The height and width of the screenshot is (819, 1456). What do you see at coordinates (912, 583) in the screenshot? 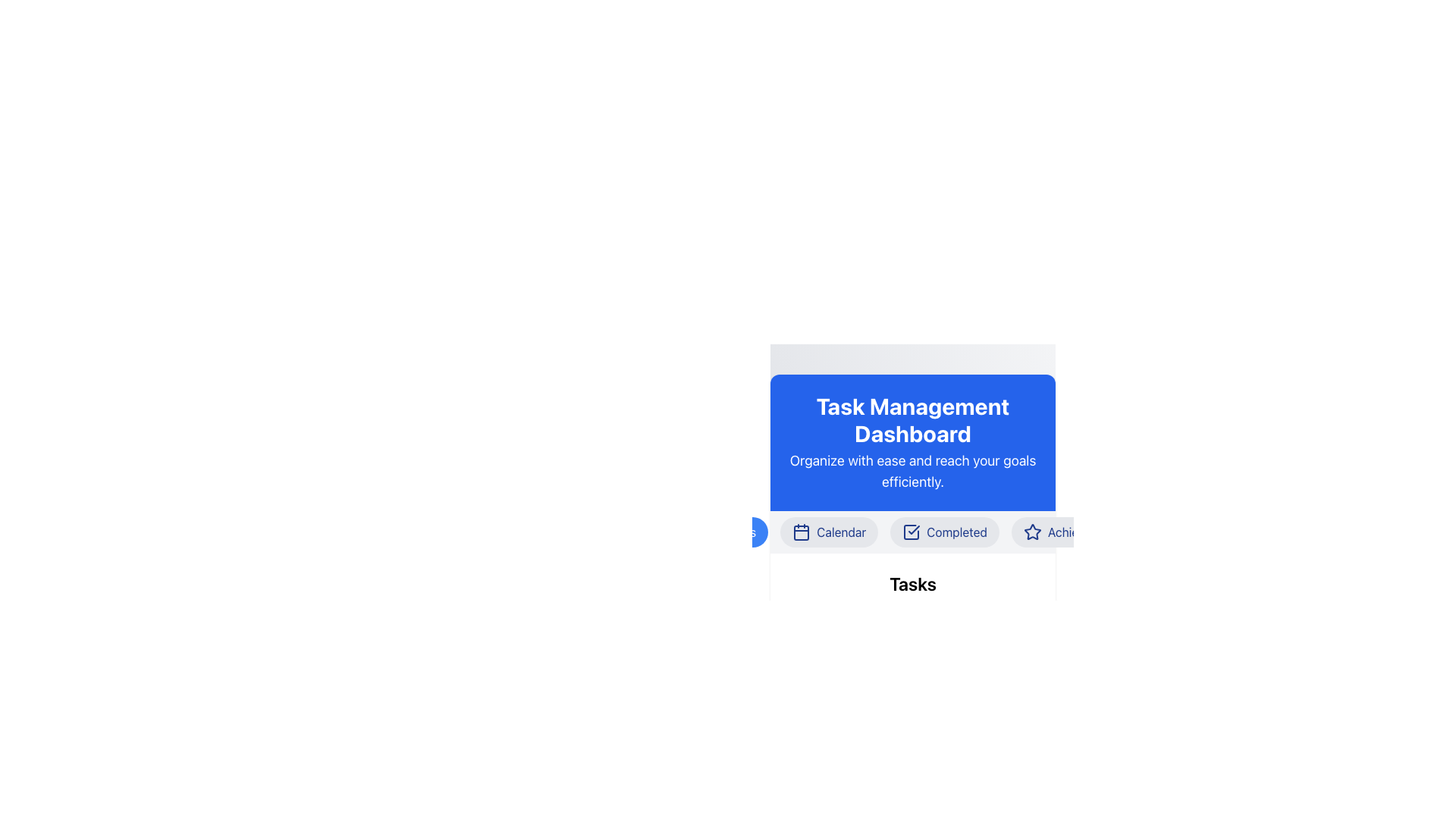
I see `the text label displaying 'Tasks' in a bold 2XL font, which serves as the title of a section and is located near the bottom of a central widget` at bounding box center [912, 583].